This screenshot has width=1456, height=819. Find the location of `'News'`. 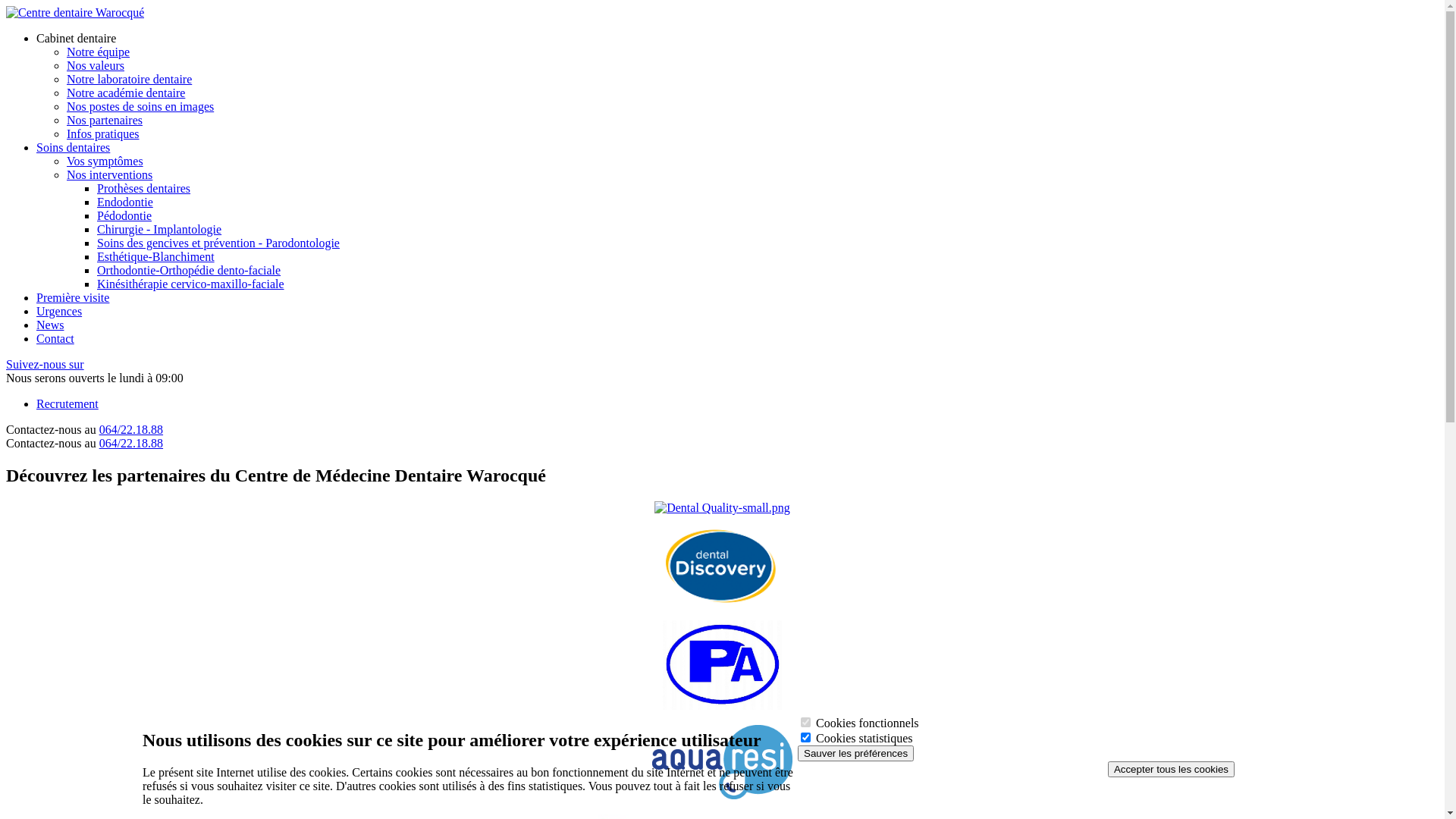

'News' is located at coordinates (50, 324).